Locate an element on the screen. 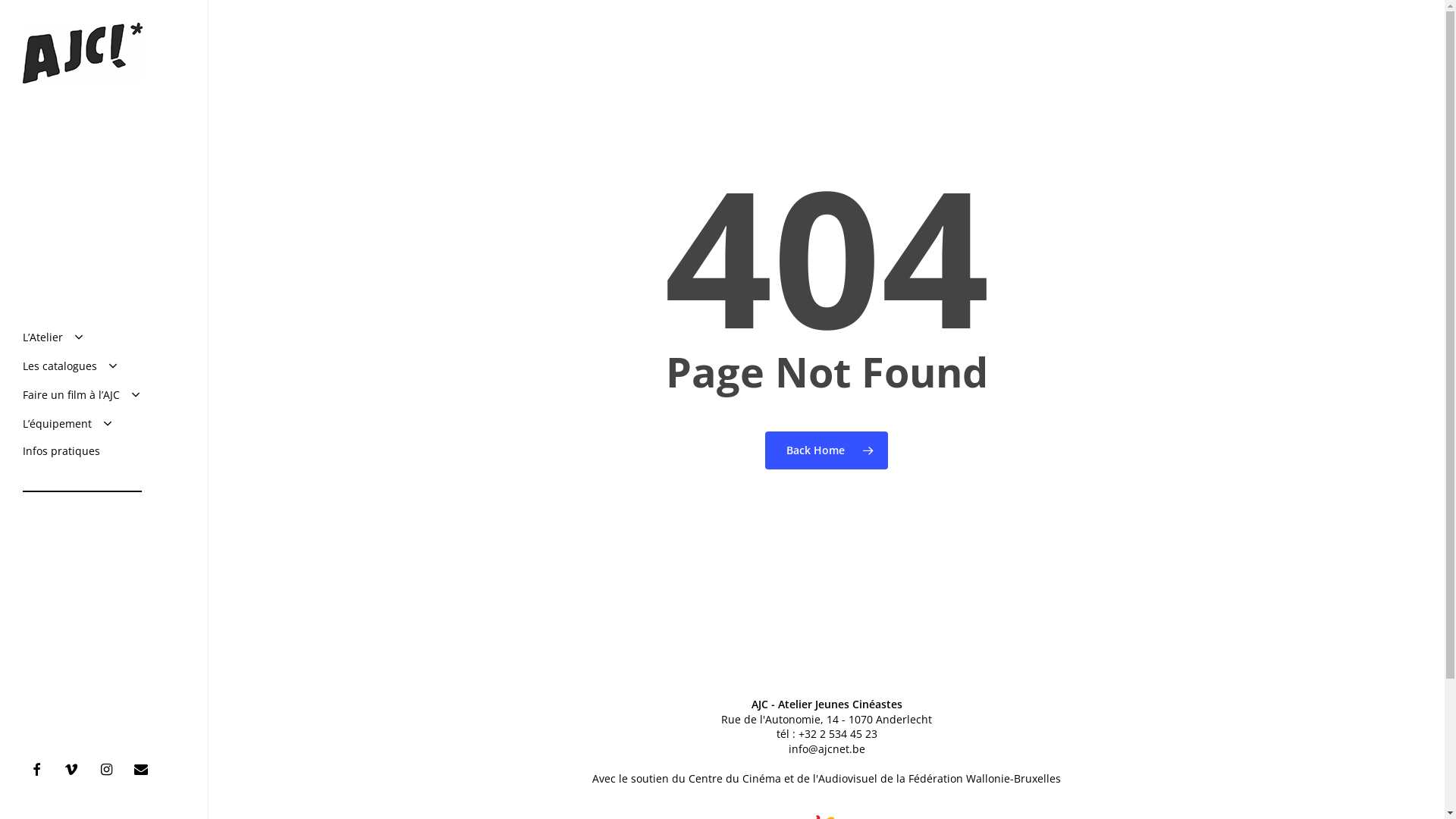 The width and height of the screenshot is (1456, 819). 'vimeo' is located at coordinates (58, 768).